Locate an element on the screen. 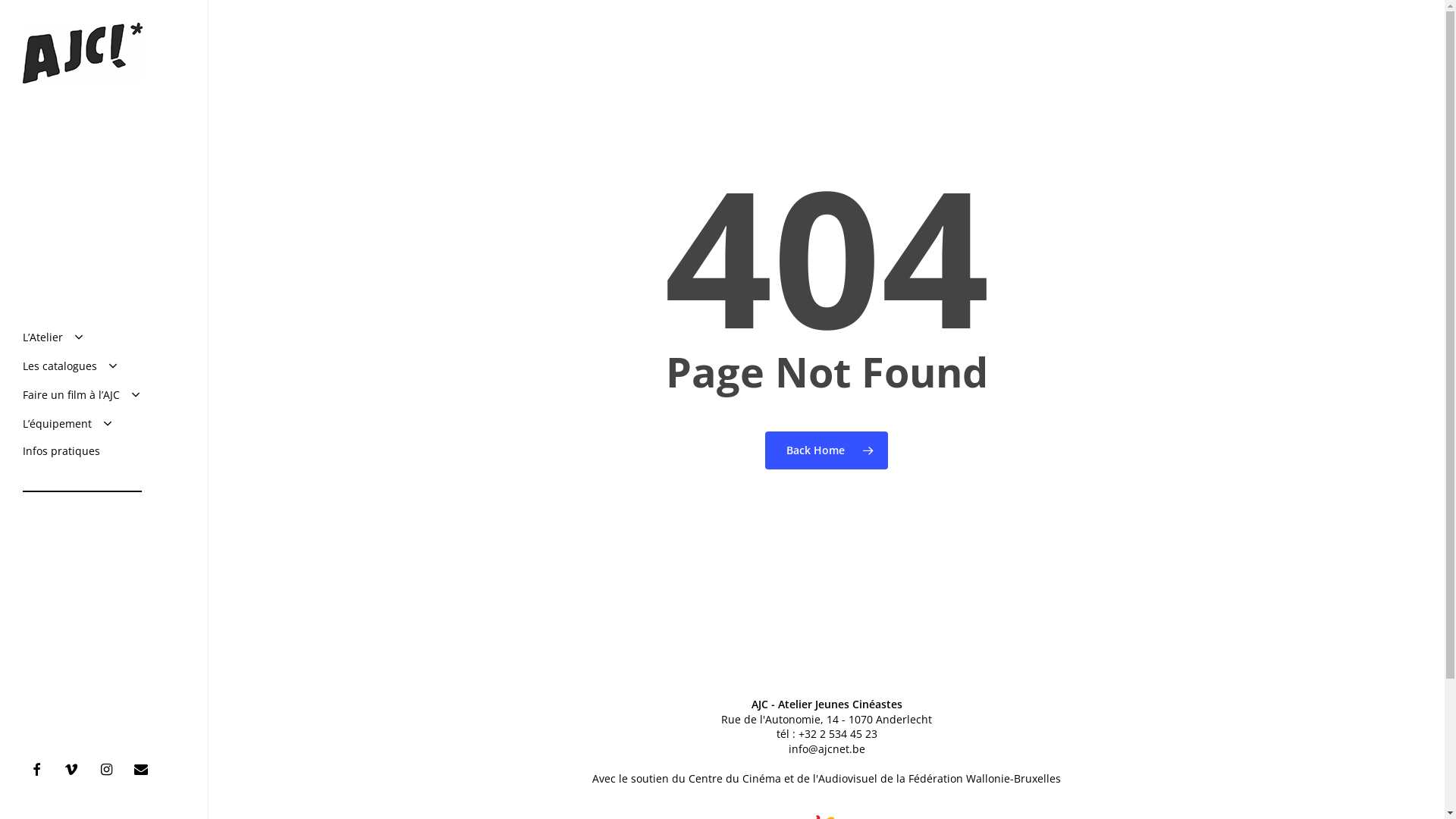 The width and height of the screenshot is (1456, 819). 'vimeo' is located at coordinates (58, 768).